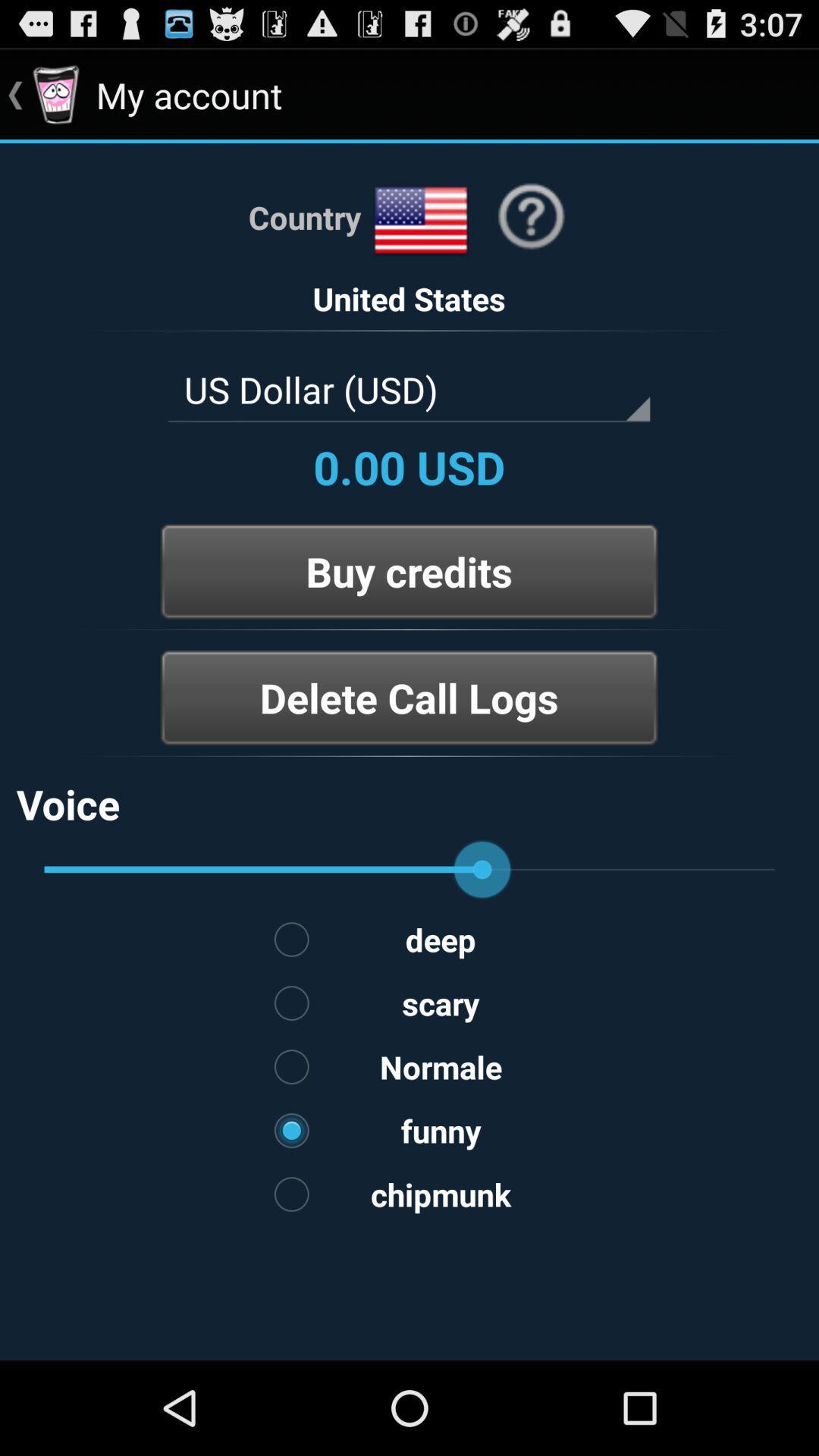 The height and width of the screenshot is (1456, 819). What do you see at coordinates (530, 231) in the screenshot?
I see `the help icon` at bounding box center [530, 231].